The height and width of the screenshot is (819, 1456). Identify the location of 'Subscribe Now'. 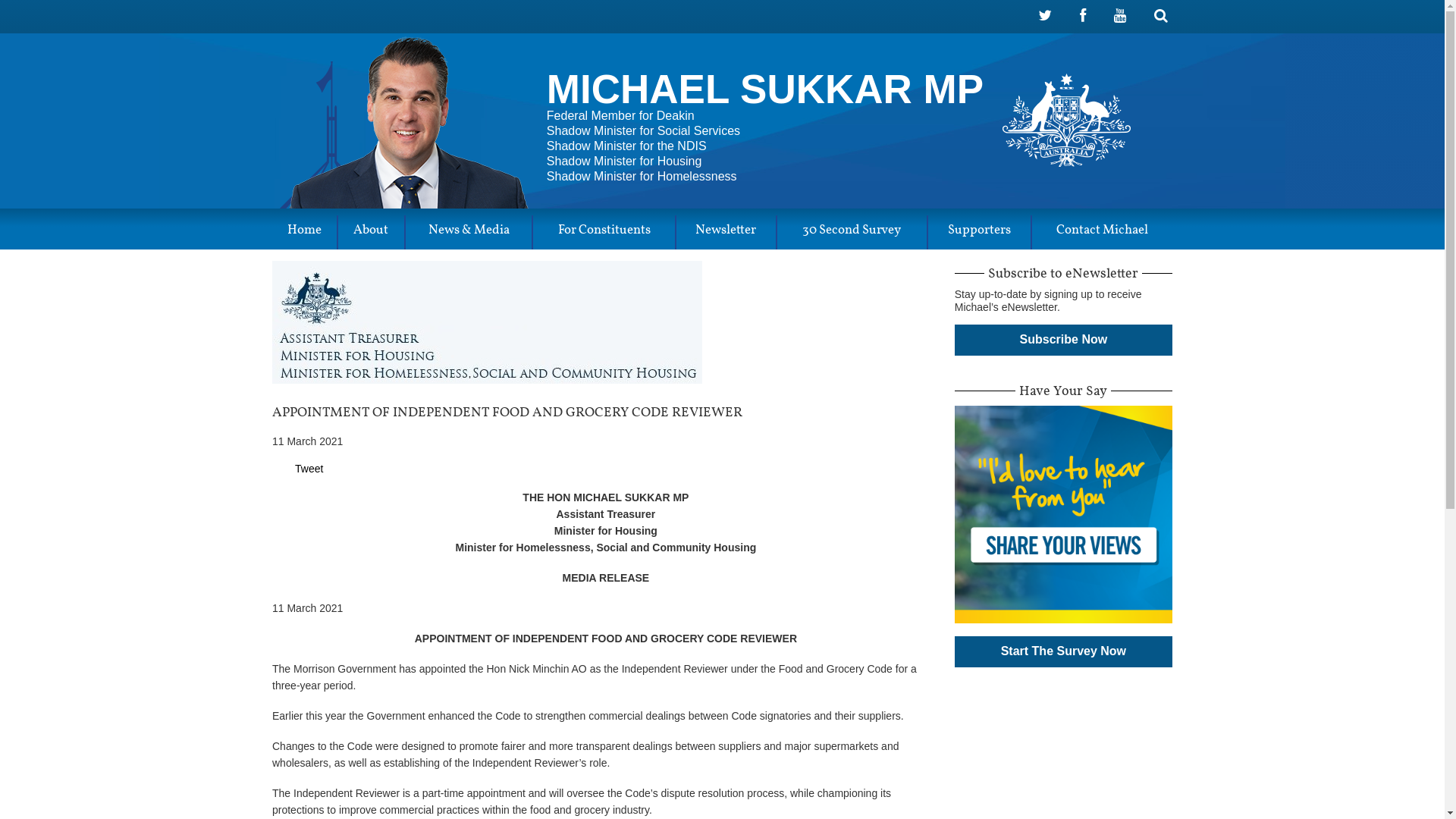
(1062, 339).